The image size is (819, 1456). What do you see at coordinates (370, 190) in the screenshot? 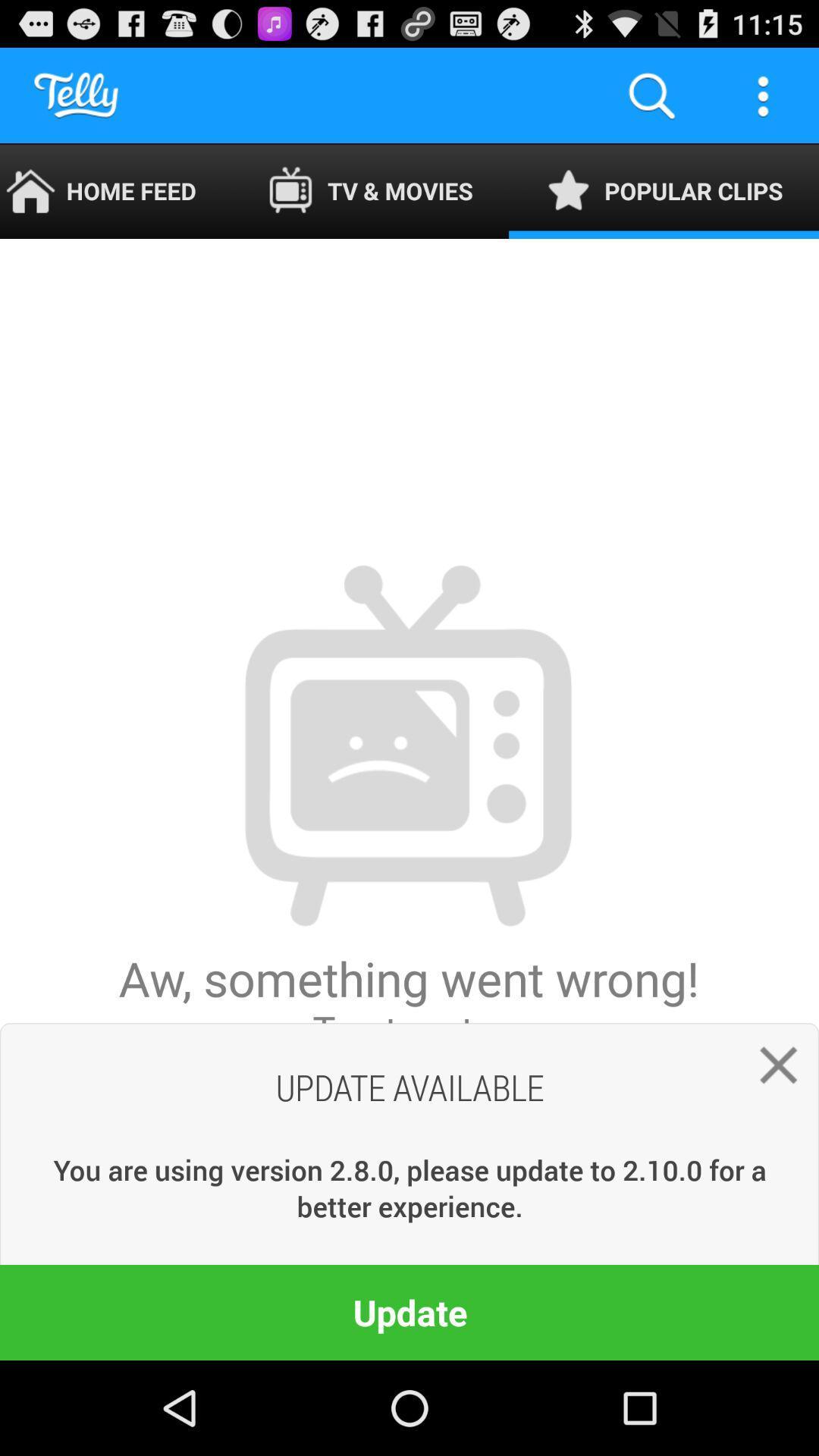
I see `the item to the right of the home feed` at bounding box center [370, 190].